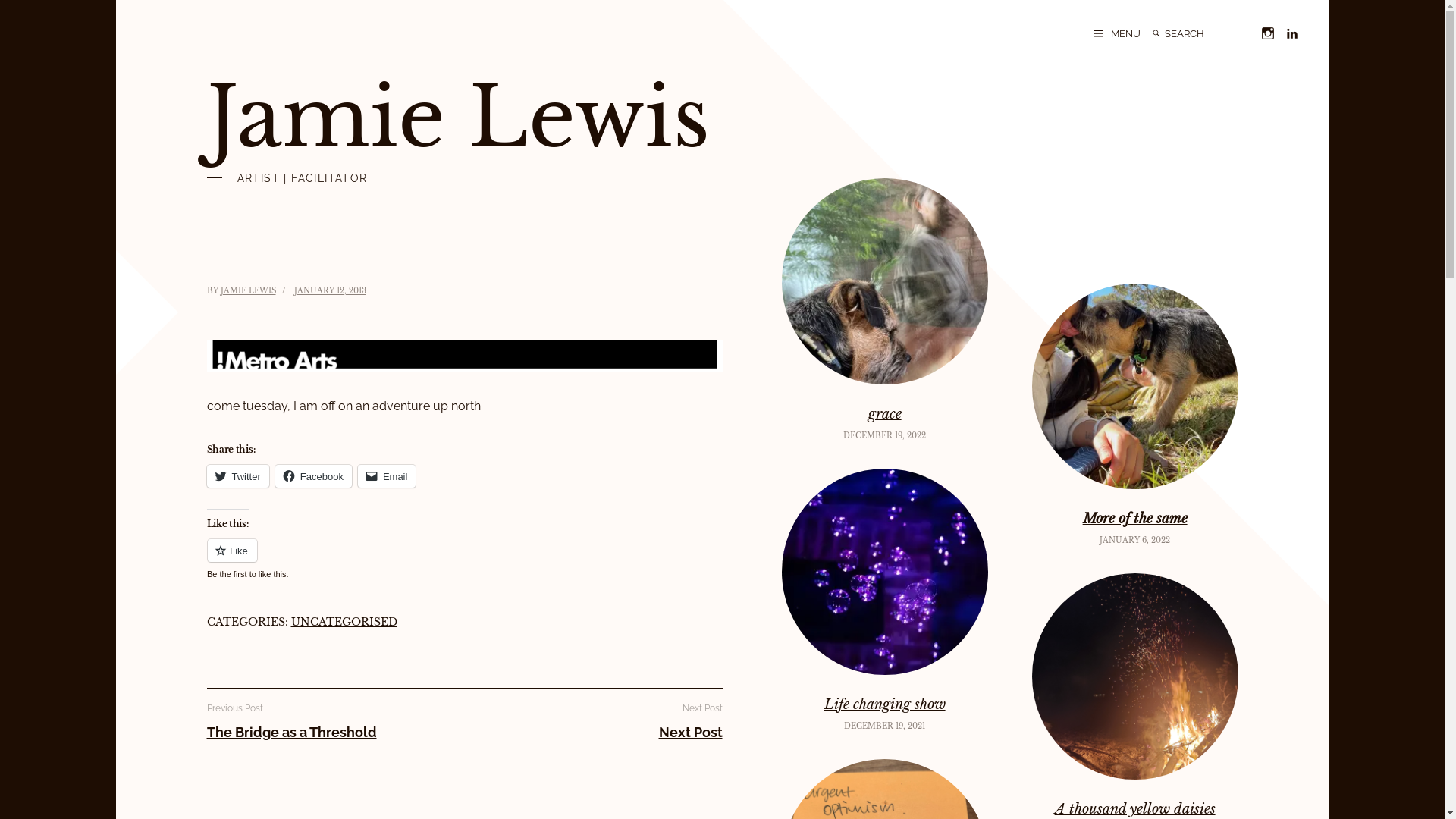 Image resolution: width=1456 pixels, height=819 pixels. What do you see at coordinates (884, 414) in the screenshot?
I see `'grace'` at bounding box center [884, 414].